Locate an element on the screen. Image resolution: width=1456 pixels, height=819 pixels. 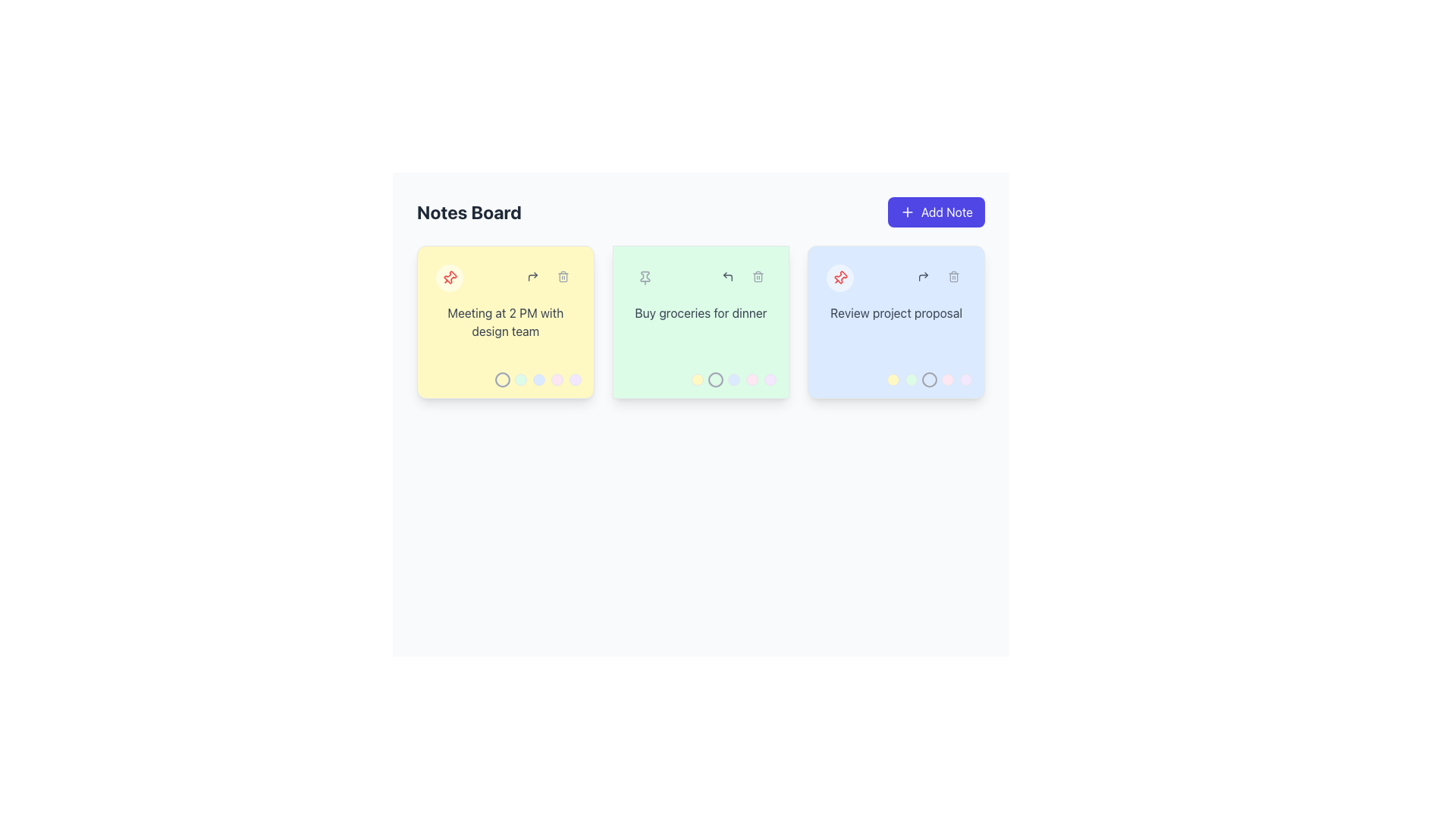
the fourth circular interactive color indicator with a pink background located in the bottom-right corner of the blue note card titled 'Review project proposal' is located at coordinates (946, 379).